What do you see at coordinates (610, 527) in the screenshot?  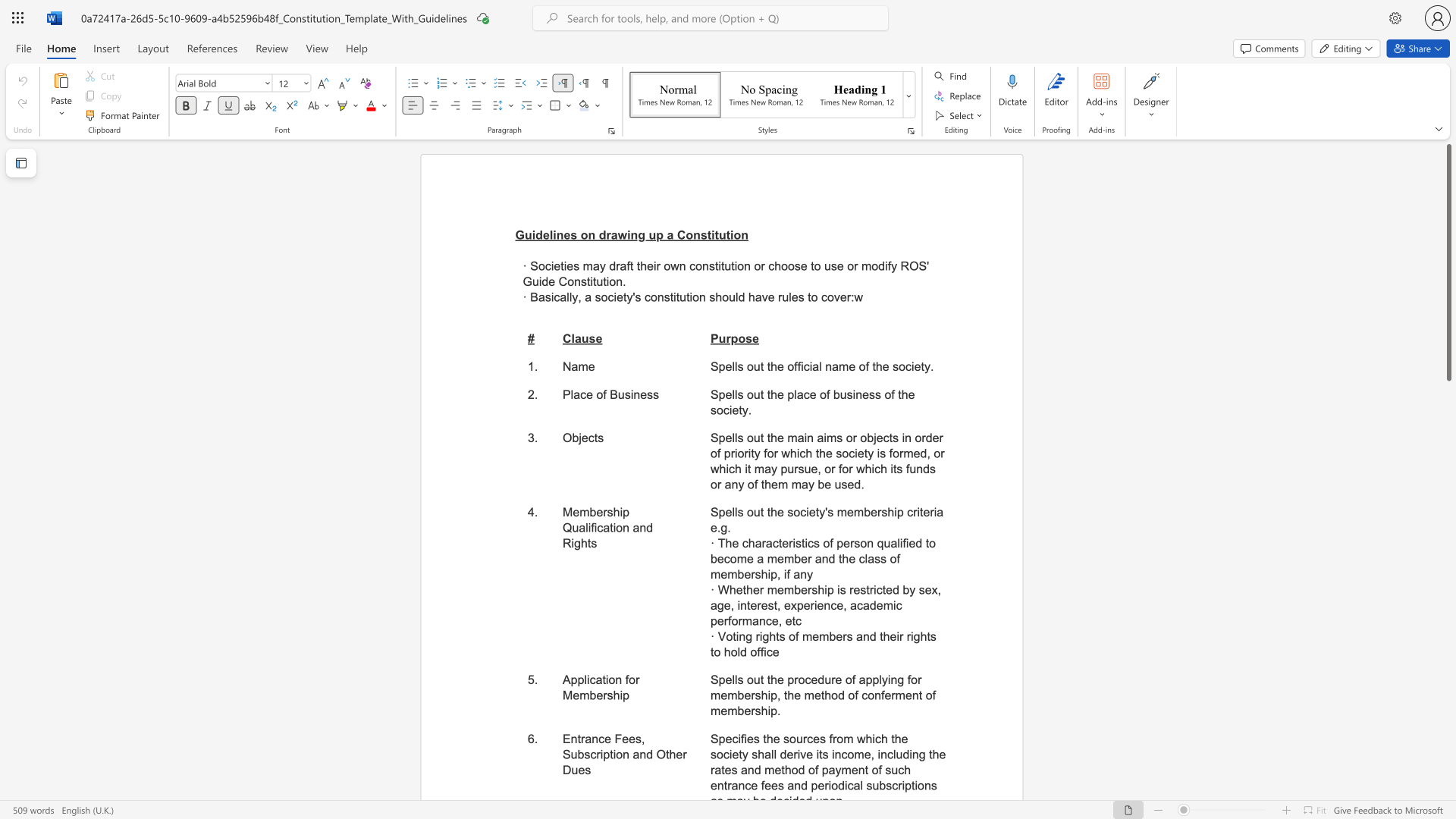 I see `the subset text "tion and Rights" within the text "Membership Qualification and Rights"` at bounding box center [610, 527].